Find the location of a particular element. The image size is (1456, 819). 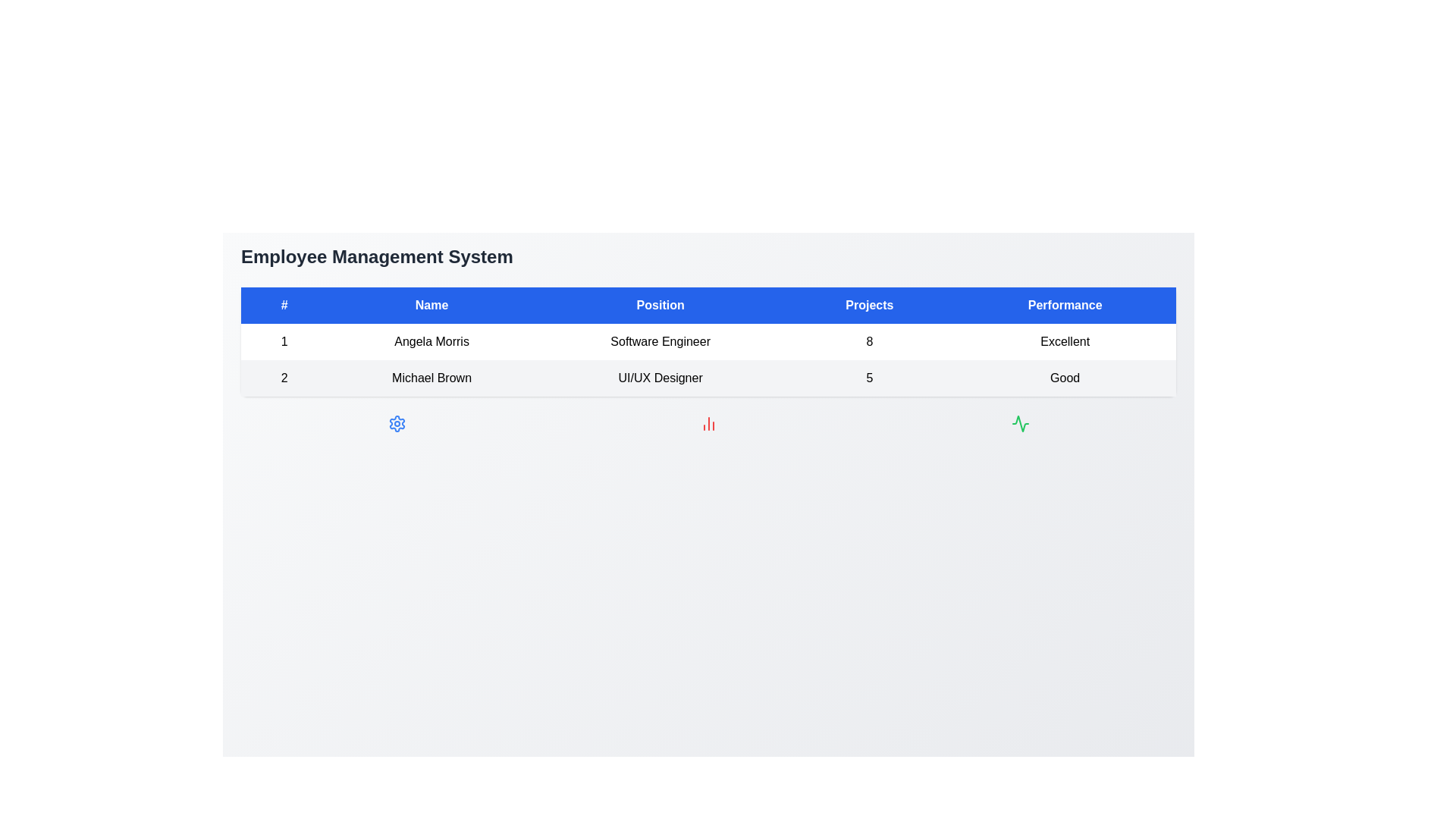

the text field displaying the number '1', which is located in the leftmost column of a row in a table interface under the column labeled with the pound '#' sign is located at coordinates (284, 342).